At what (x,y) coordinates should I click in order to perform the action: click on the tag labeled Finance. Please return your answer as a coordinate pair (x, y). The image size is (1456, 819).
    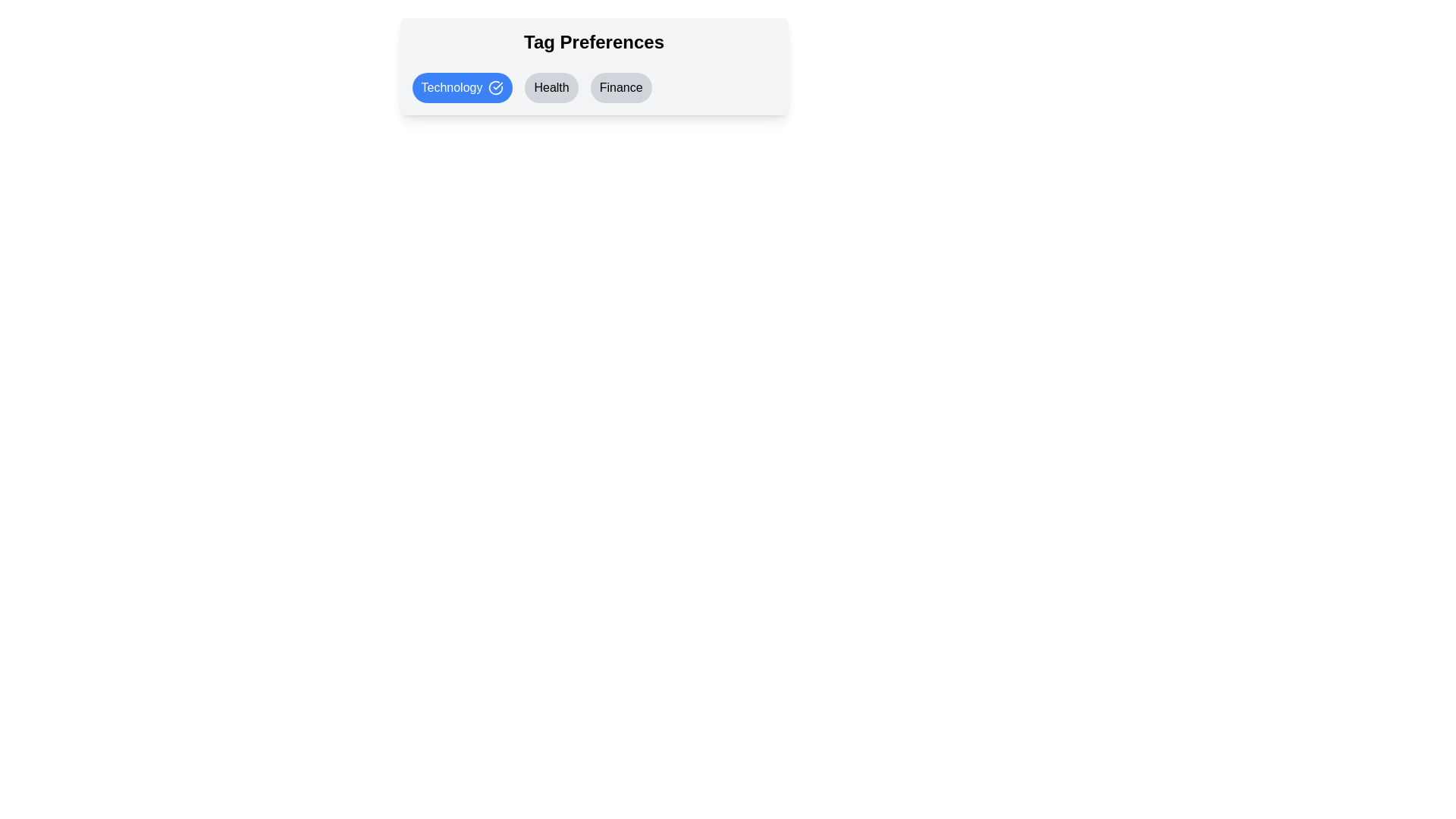
    Looking at the image, I should click on (621, 87).